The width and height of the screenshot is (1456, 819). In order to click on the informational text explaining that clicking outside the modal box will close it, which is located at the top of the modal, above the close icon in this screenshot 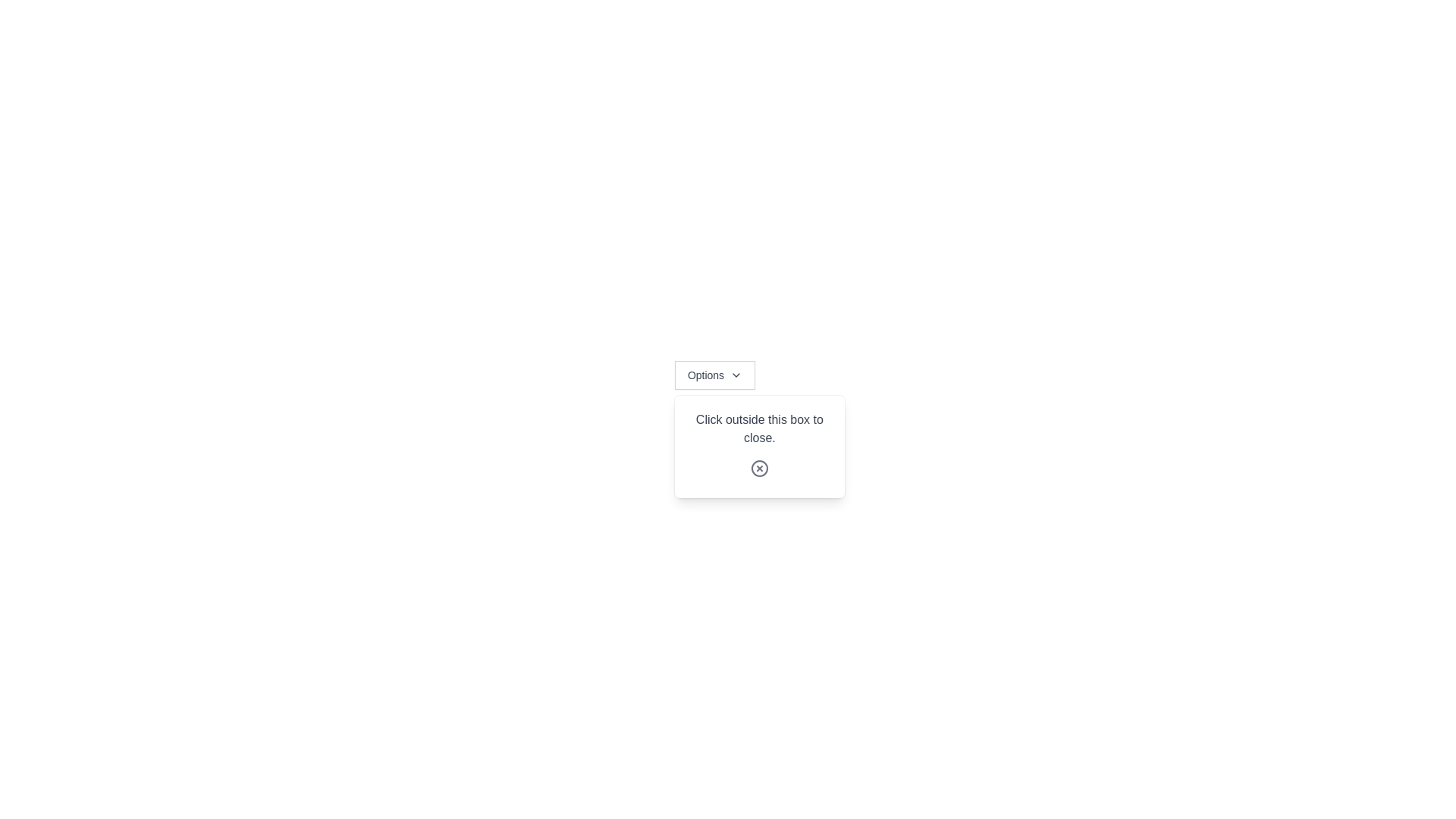, I will do `click(759, 429)`.